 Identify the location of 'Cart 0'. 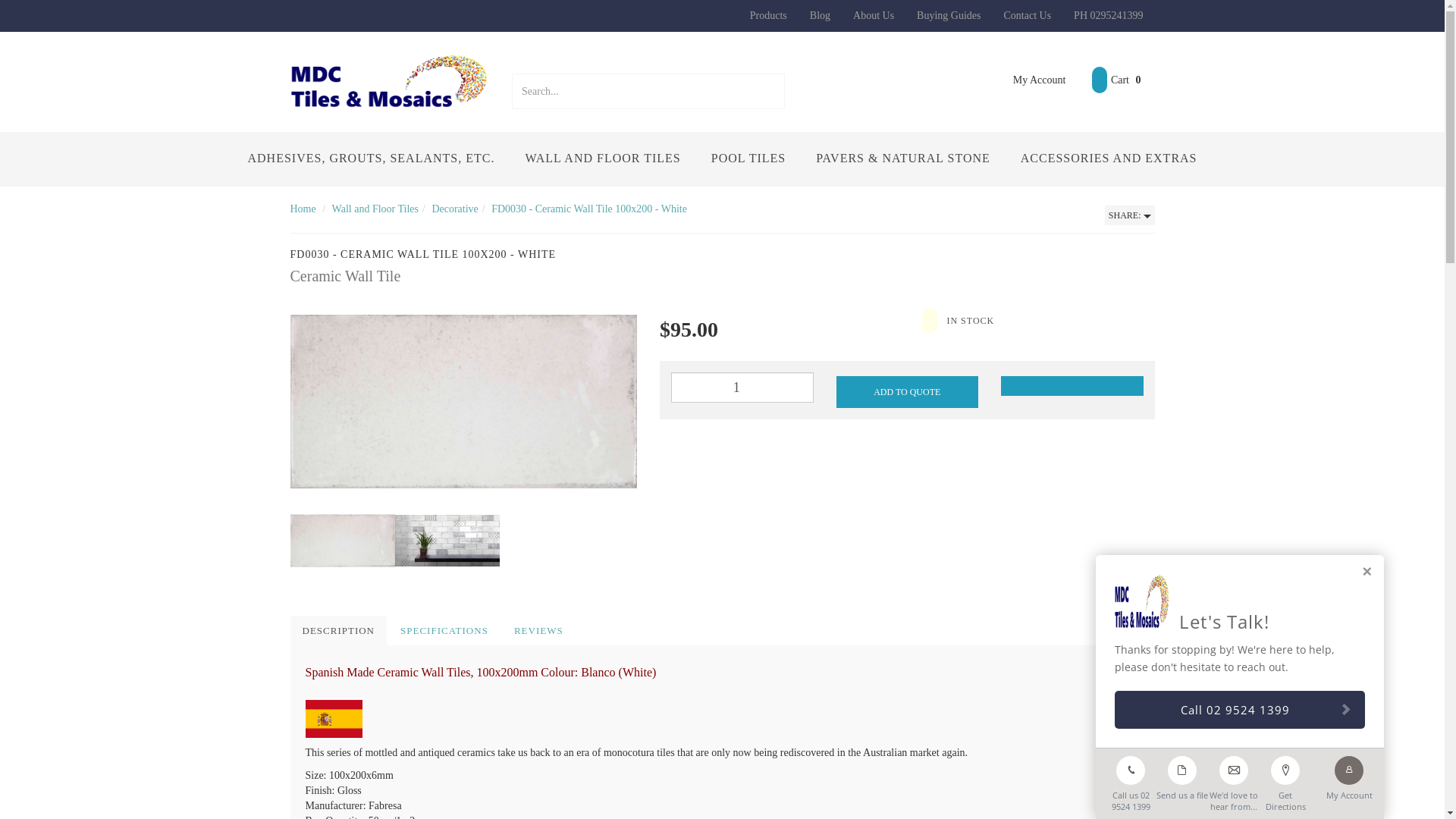
(1077, 80).